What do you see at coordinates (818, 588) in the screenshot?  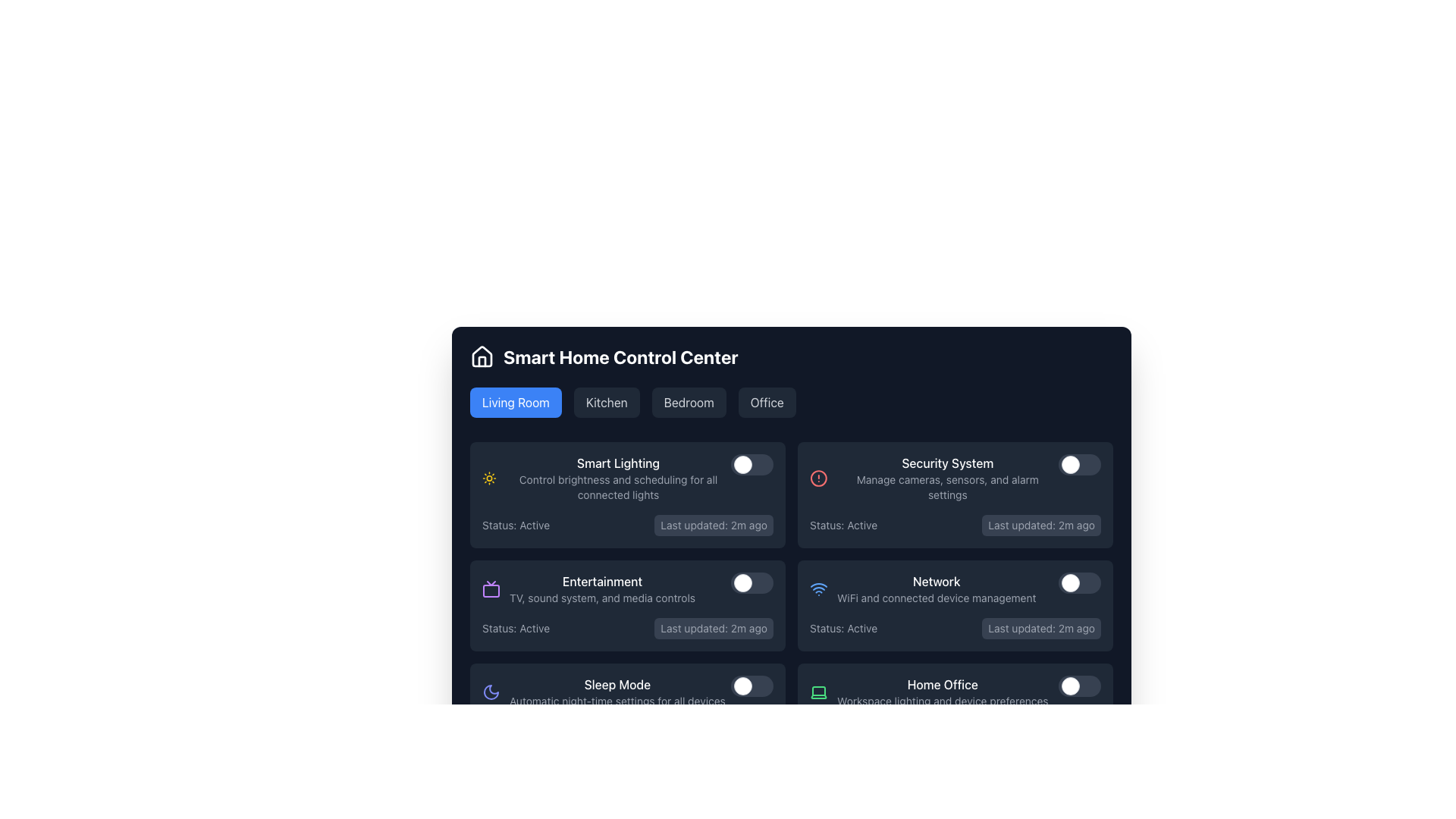 I see `the Wi-Fi connectivity icon located on the left side of the 'Network' block, which includes 'WiFi and connected device management' text` at bounding box center [818, 588].